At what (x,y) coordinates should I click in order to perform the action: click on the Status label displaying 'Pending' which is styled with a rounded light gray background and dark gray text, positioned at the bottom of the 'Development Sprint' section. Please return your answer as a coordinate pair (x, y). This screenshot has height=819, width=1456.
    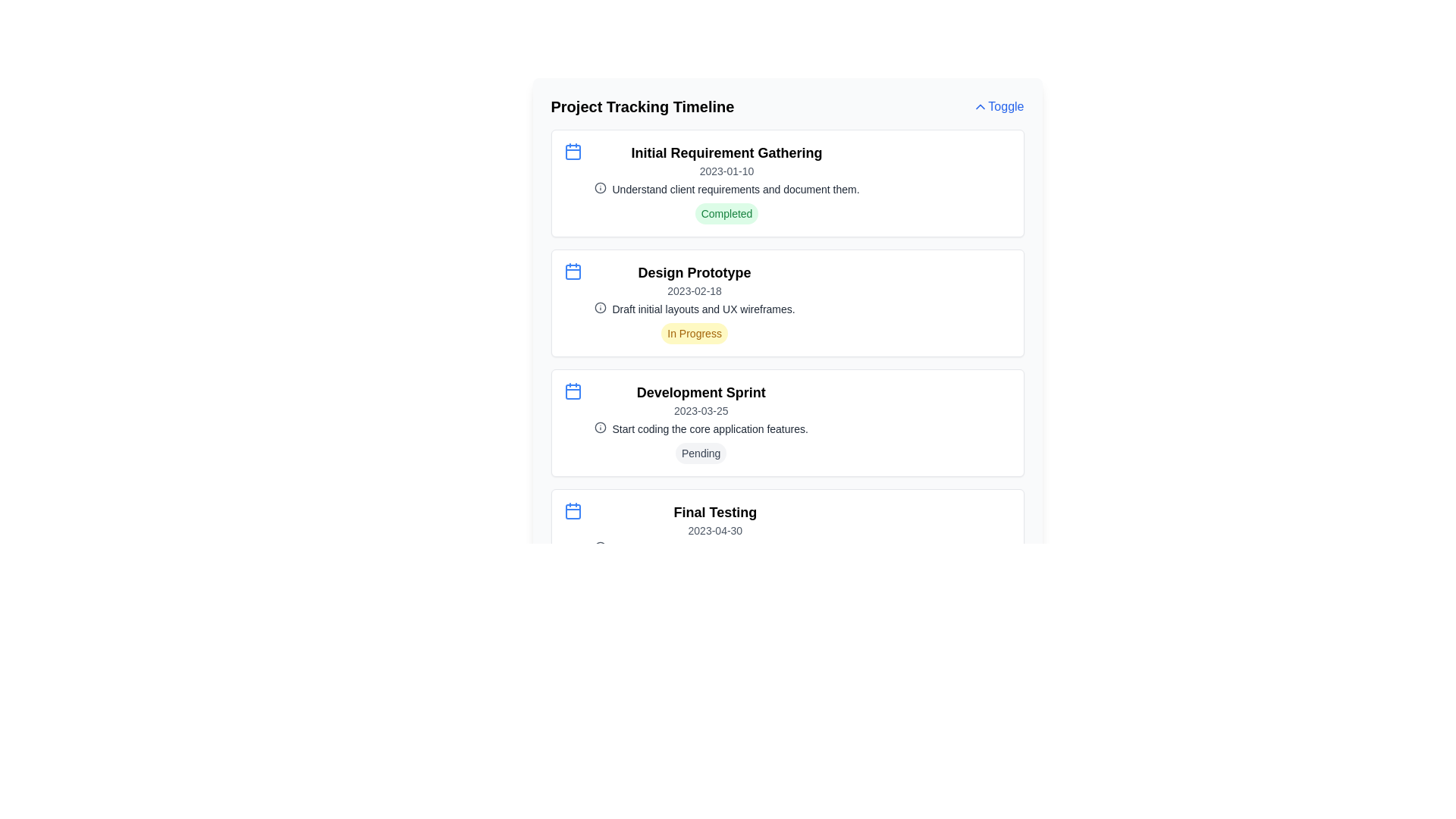
    Looking at the image, I should click on (700, 452).